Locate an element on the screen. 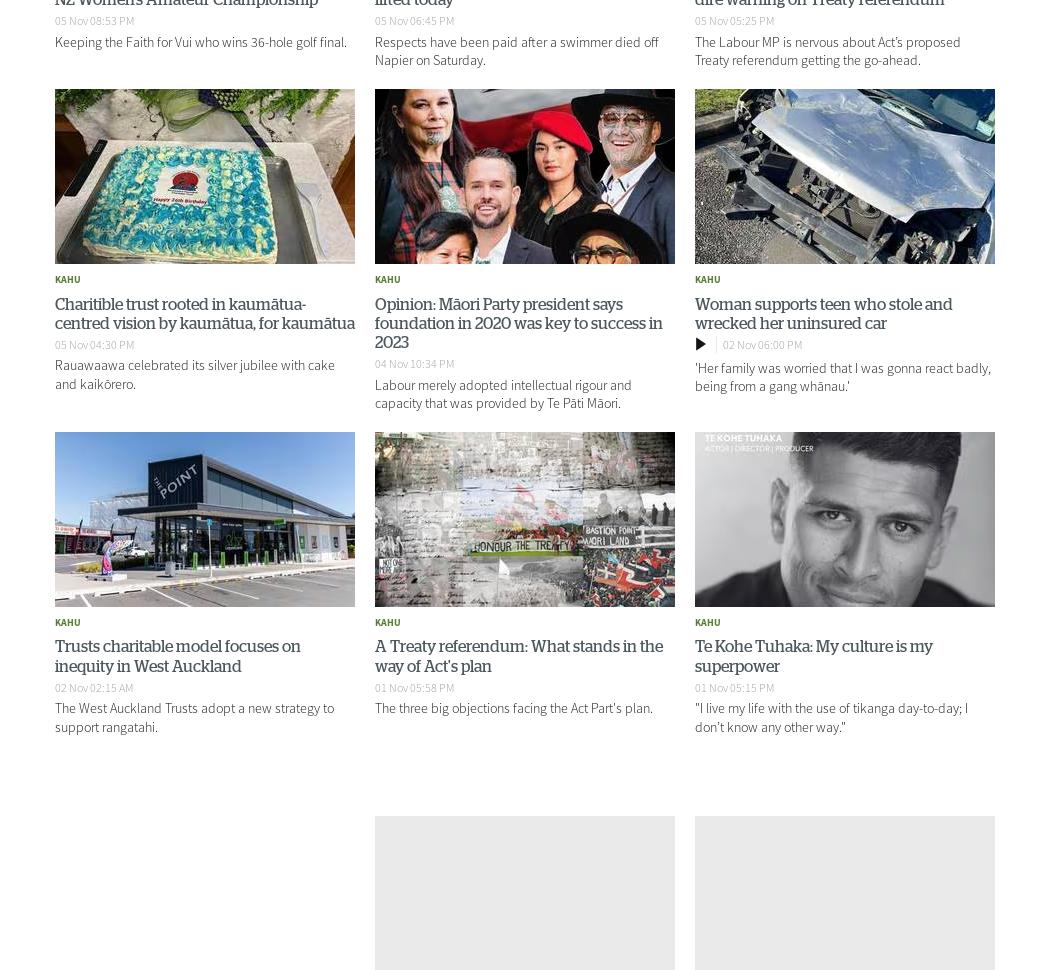 This screenshot has width=1050, height=970. '04 Nov 10:34 PM' is located at coordinates (412, 362).